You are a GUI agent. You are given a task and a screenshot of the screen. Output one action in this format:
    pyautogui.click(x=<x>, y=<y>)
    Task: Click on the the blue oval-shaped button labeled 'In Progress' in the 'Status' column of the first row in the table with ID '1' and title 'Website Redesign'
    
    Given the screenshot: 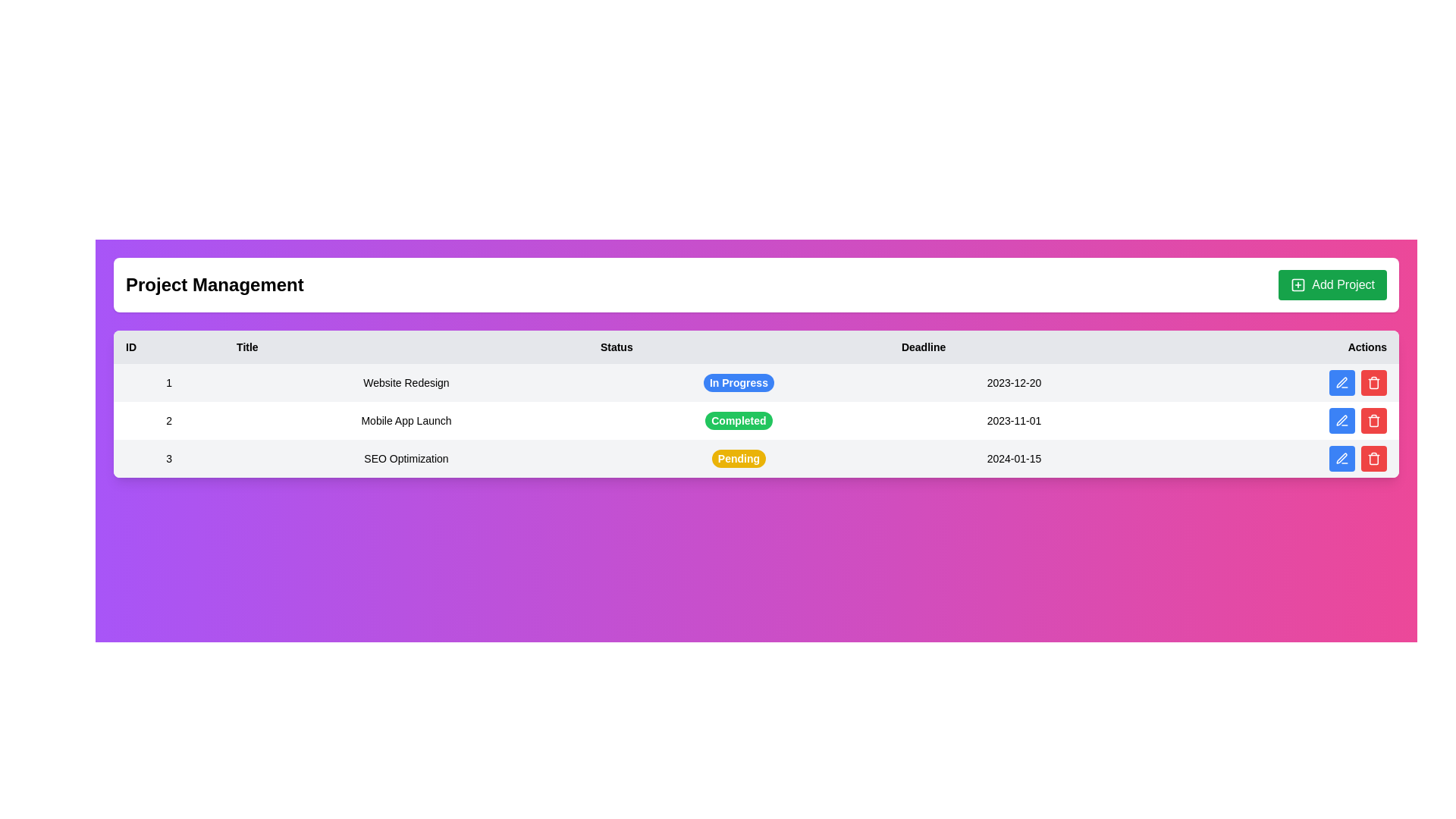 What is the action you would take?
    pyautogui.click(x=739, y=382)
    